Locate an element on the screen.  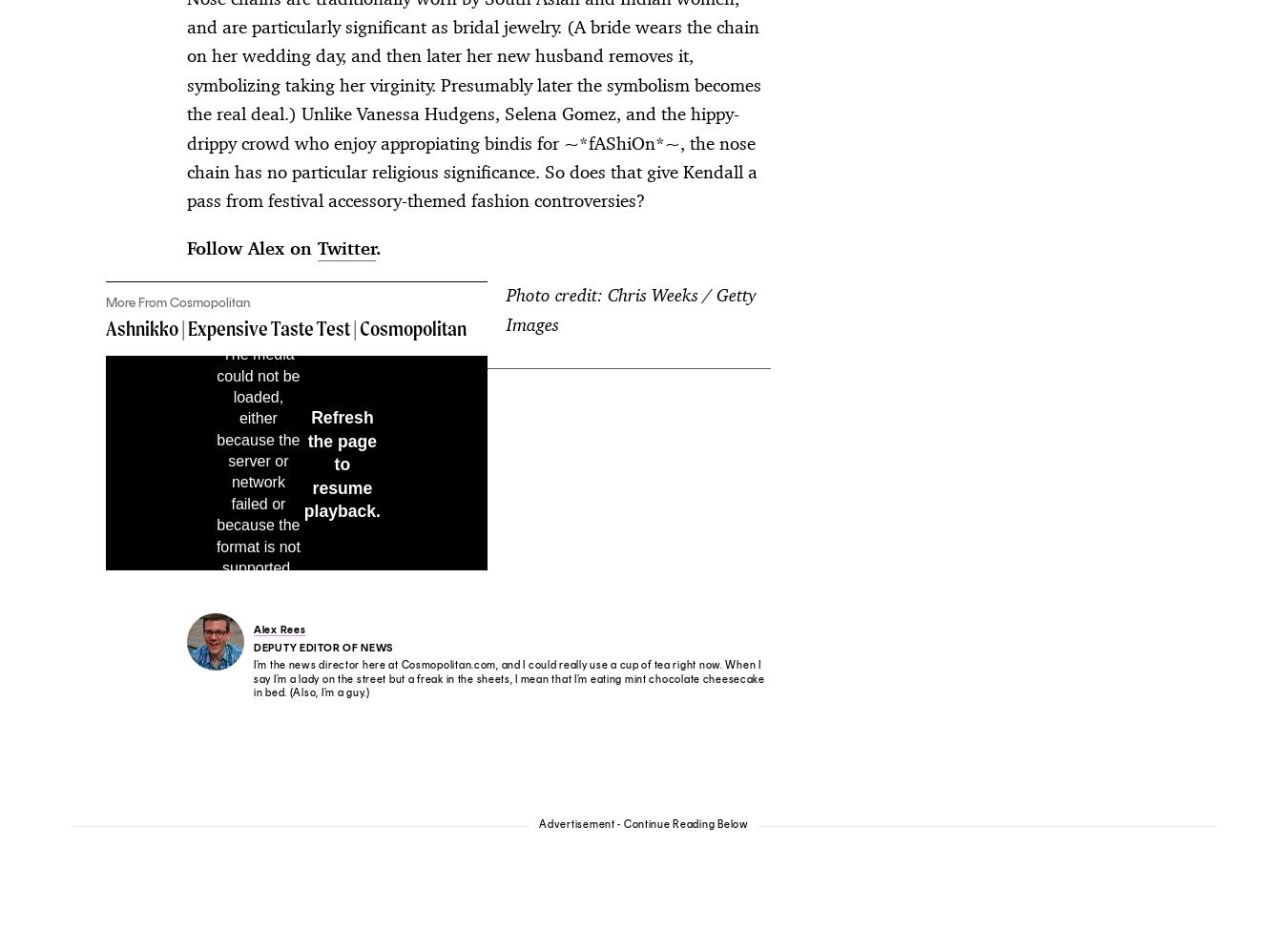
'Work For Cosmo' is located at coordinates (695, 647).